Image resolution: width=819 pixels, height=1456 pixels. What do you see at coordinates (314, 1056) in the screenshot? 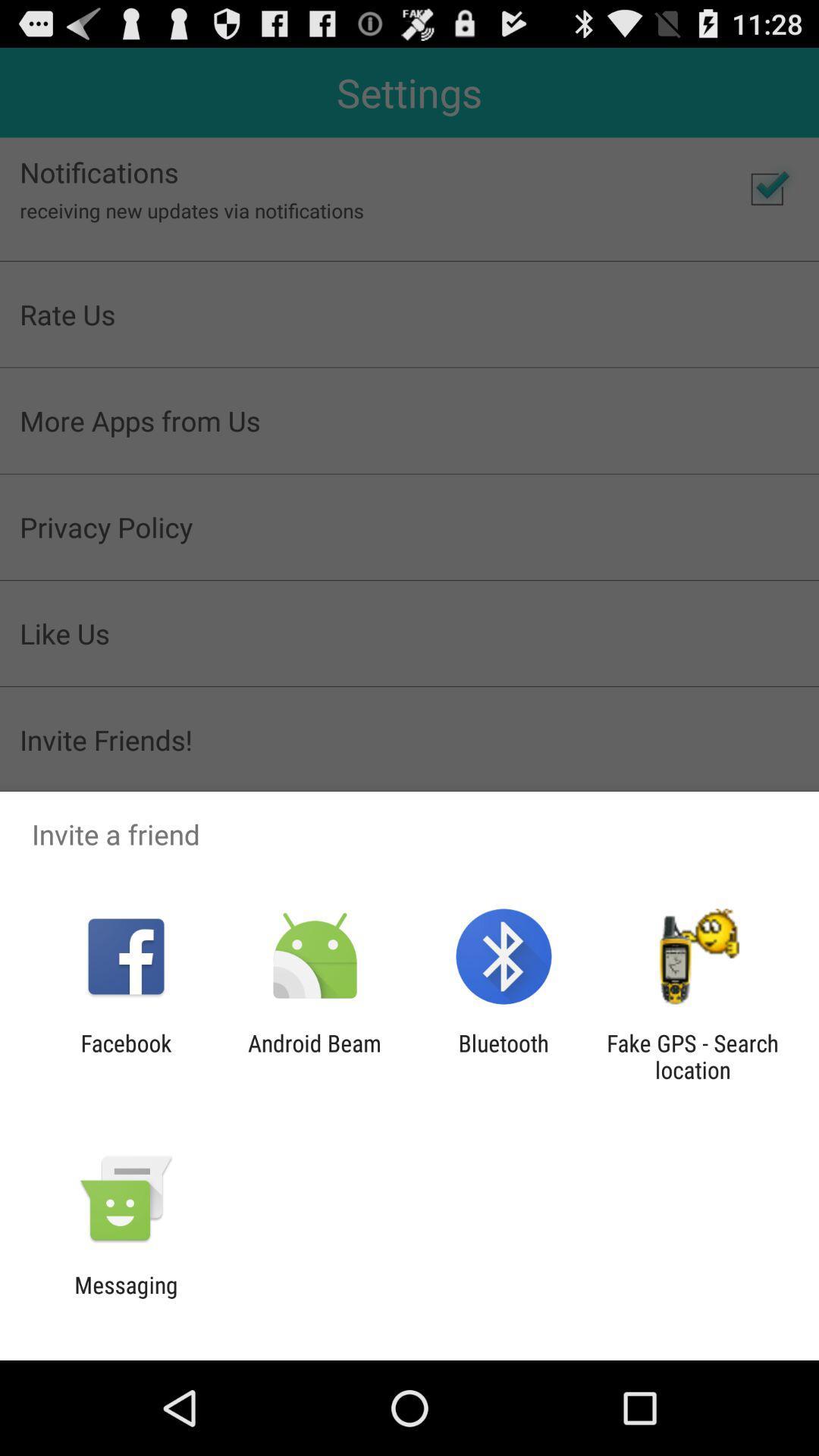
I see `the android beam app` at bounding box center [314, 1056].